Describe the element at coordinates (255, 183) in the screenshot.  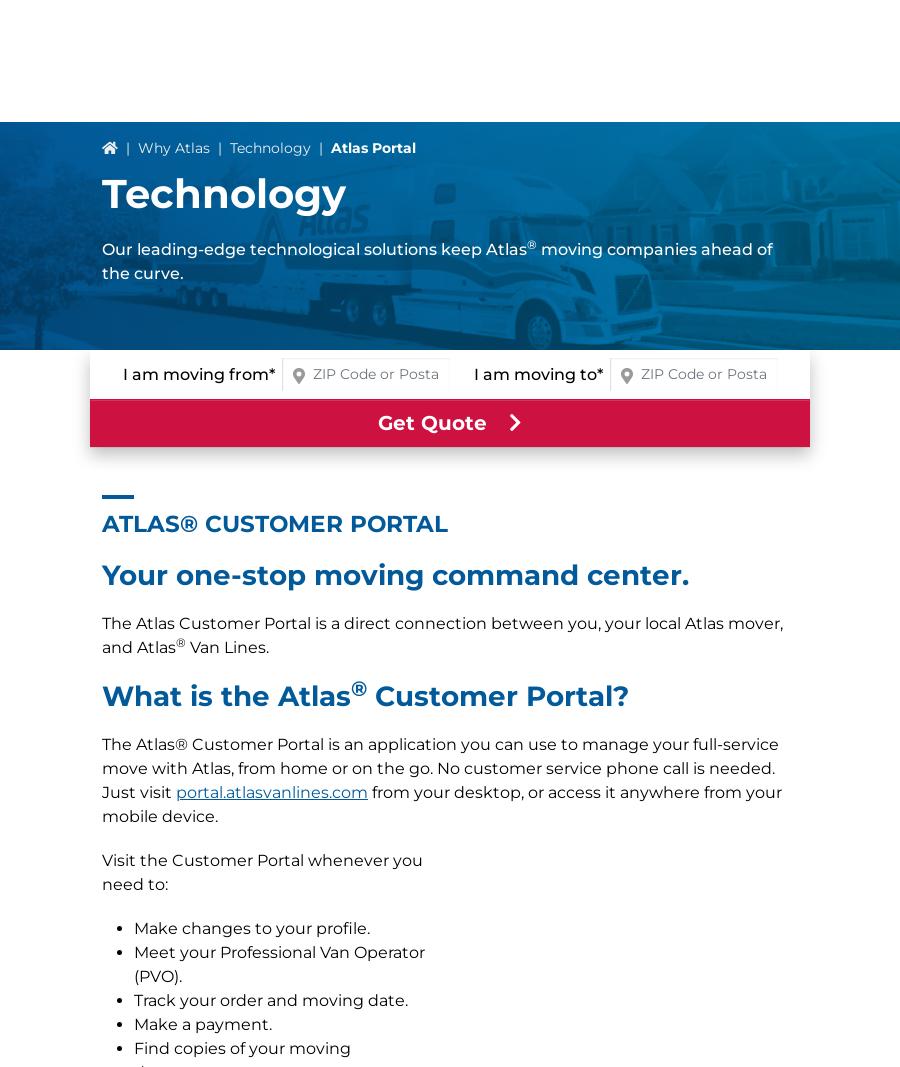
I see `'Performance: Self-haul Results'` at that location.